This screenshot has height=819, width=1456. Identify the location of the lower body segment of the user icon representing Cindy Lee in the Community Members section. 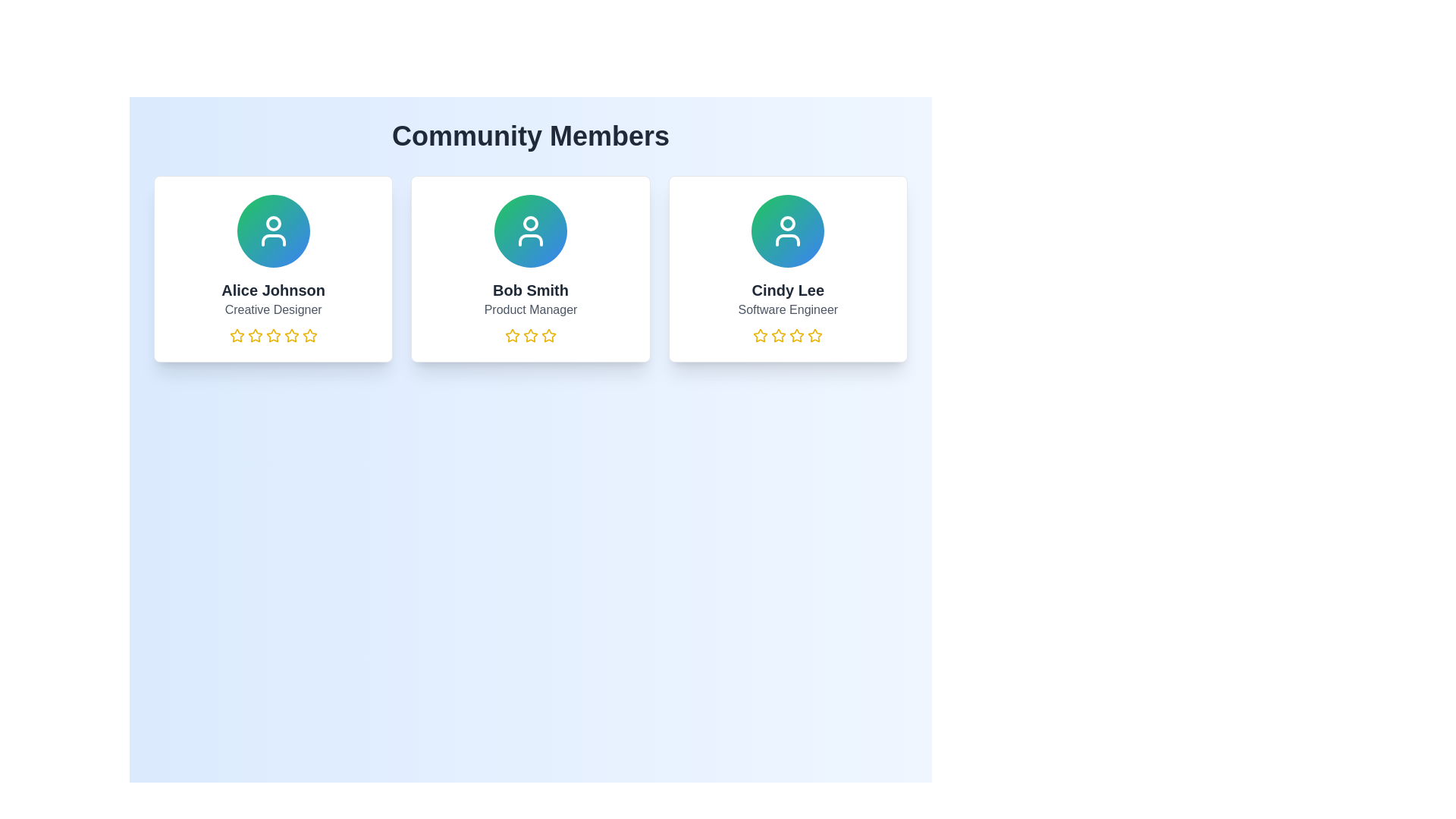
(788, 239).